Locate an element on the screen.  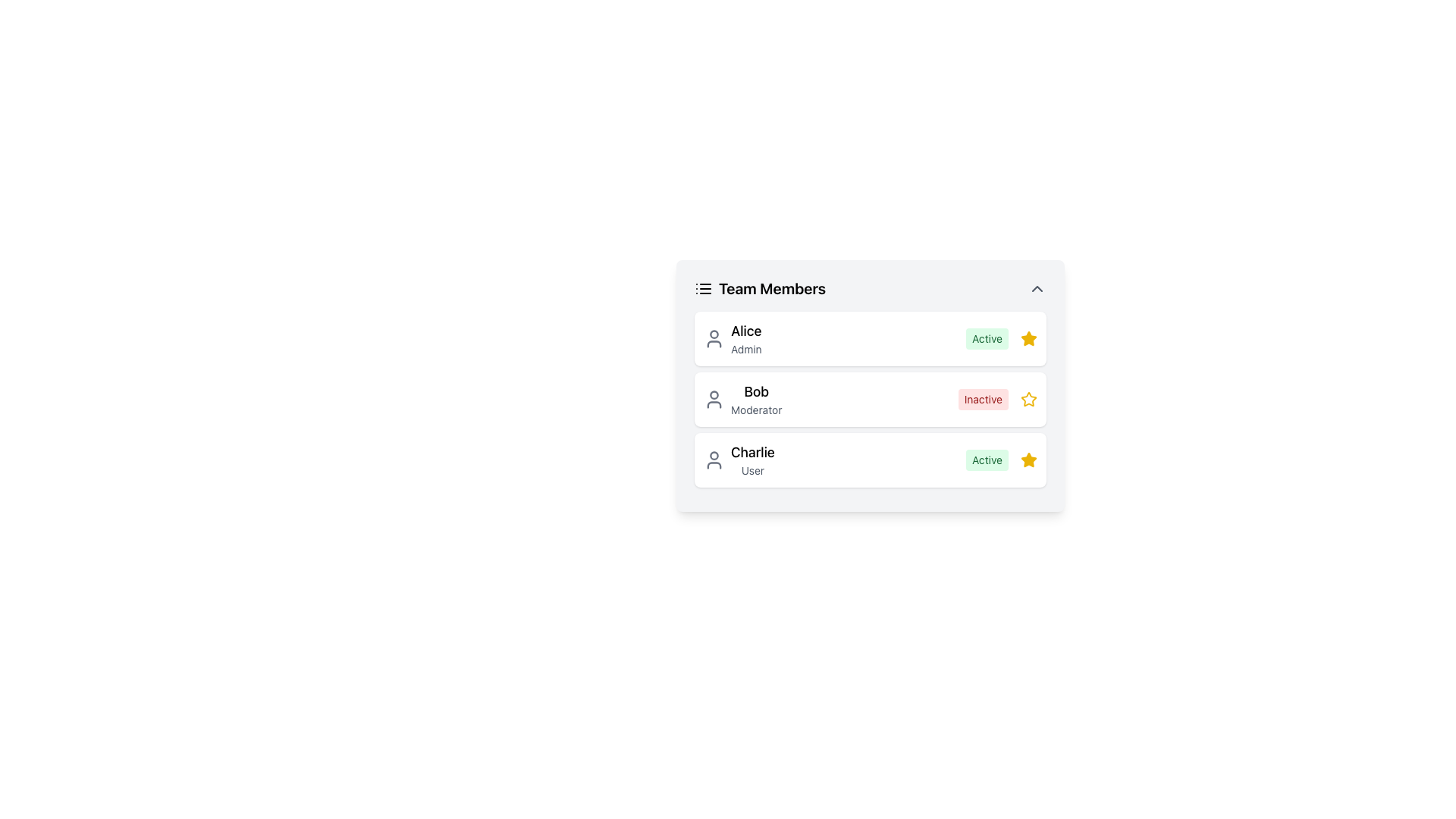
the SVG graphic icon representing the user 'Charlie' in the third entry of the 'Team Members' list for identification purposes is located at coordinates (713, 459).